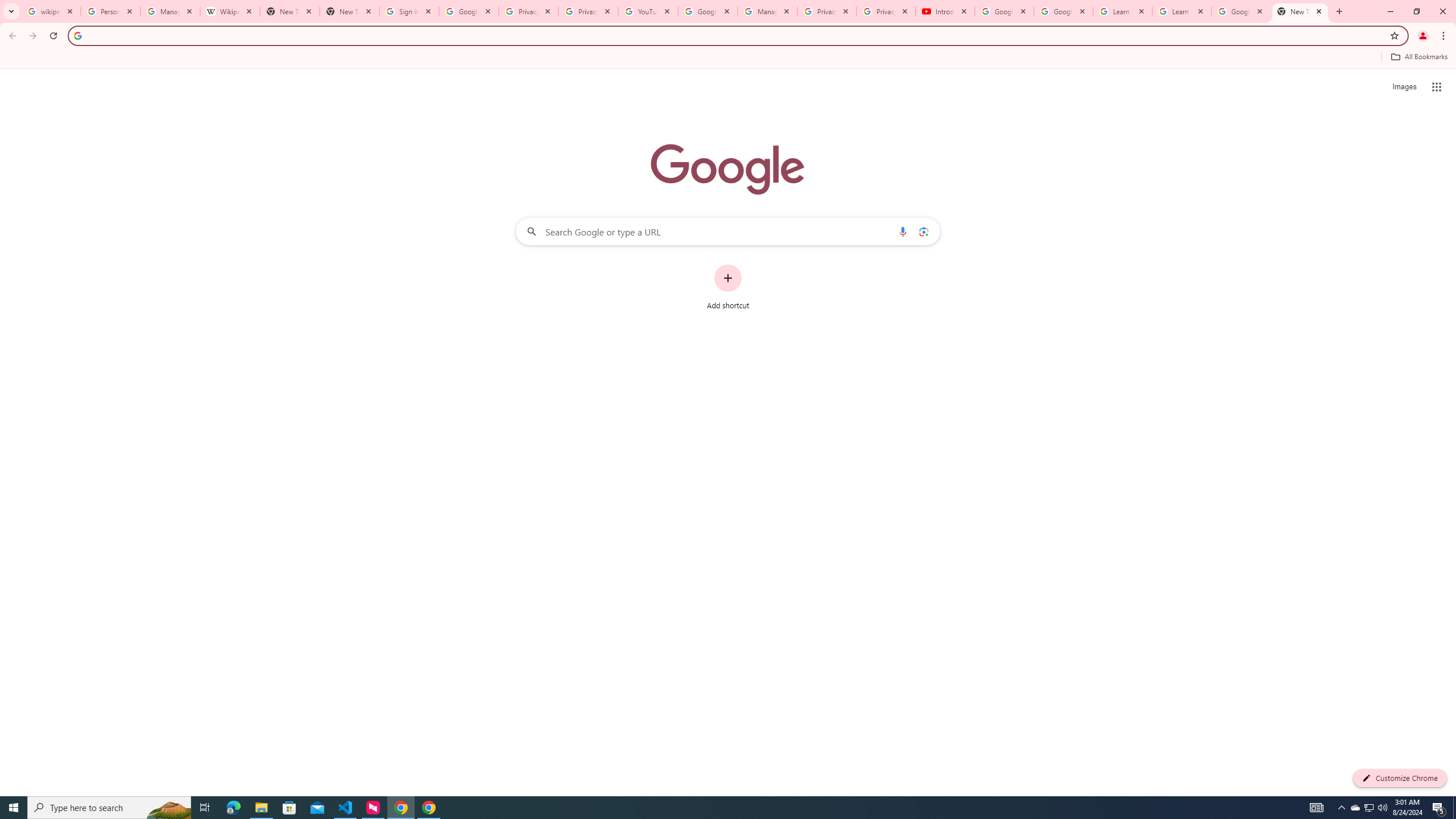 This screenshot has width=1456, height=819. Describe the element at coordinates (1004, 11) in the screenshot. I see `'Google Account Help'` at that location.